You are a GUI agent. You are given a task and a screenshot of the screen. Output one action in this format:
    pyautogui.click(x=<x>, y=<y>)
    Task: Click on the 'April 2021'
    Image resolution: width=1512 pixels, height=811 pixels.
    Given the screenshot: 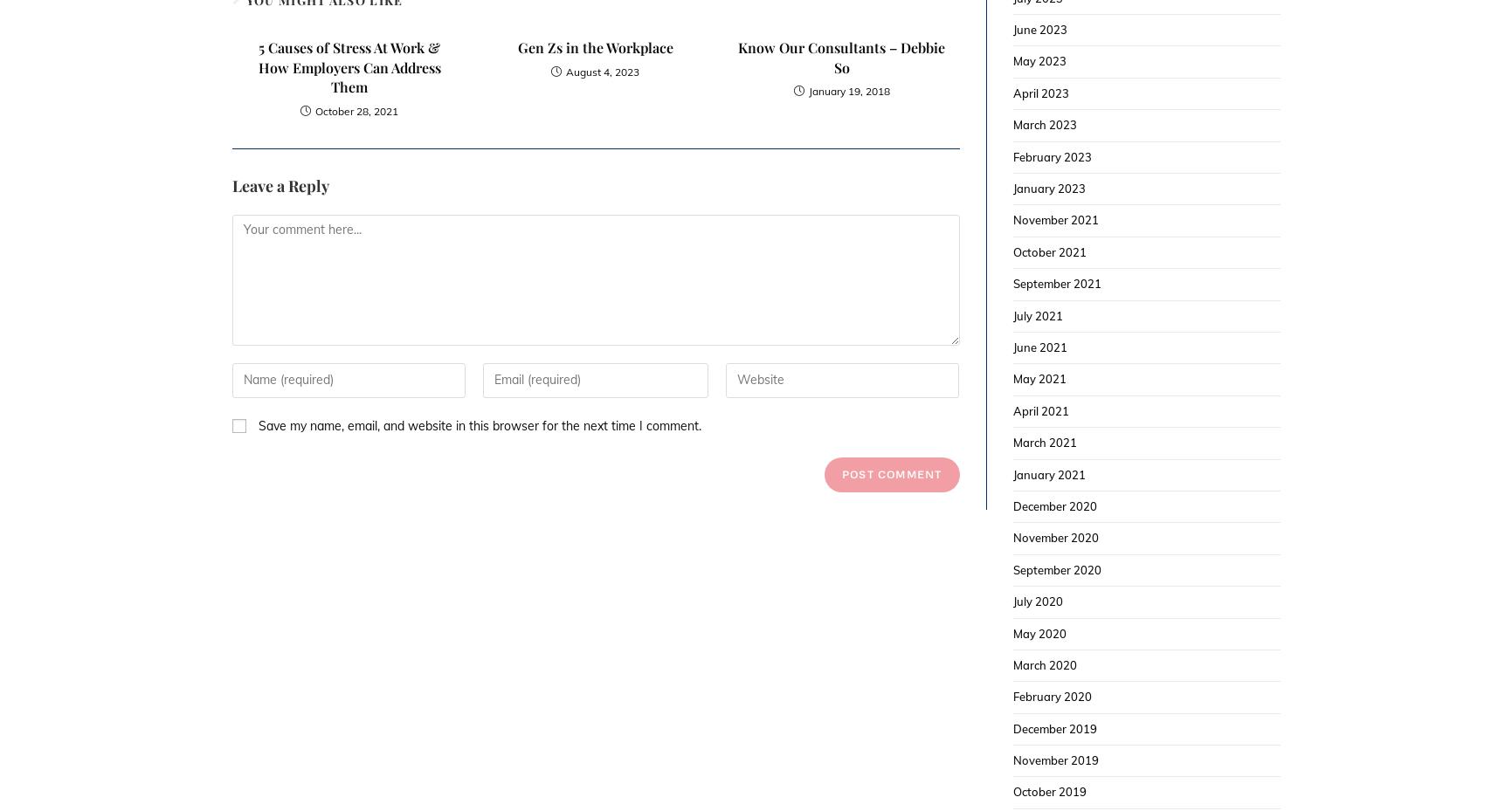 What is the action you would take?
    pyautogui.click(x=1039, y=409)
    